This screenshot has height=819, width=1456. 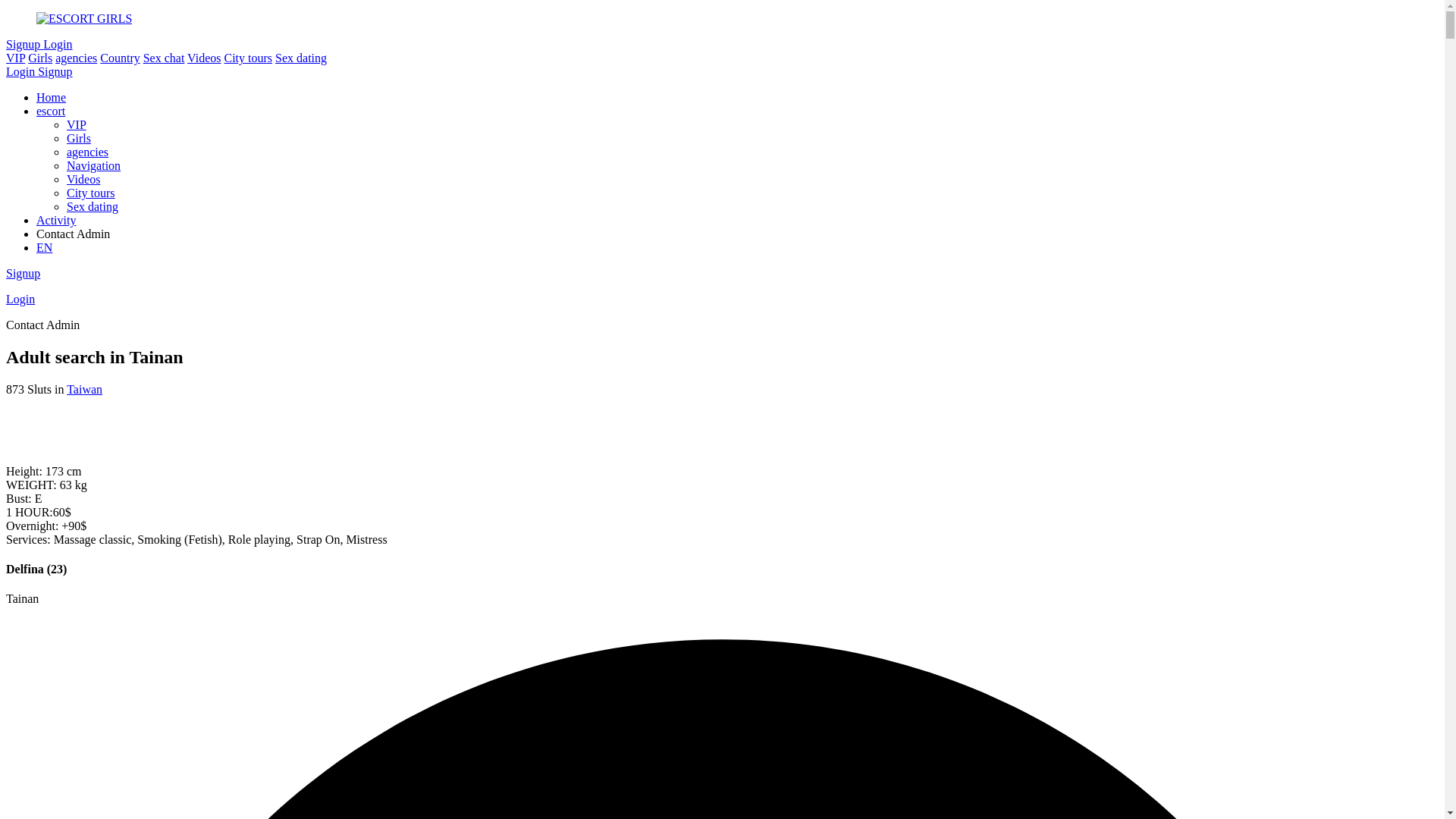 What do you see at coordinates (6, 299) in the screenshot?
I see `'Login'` at bounding box center [6, 299].